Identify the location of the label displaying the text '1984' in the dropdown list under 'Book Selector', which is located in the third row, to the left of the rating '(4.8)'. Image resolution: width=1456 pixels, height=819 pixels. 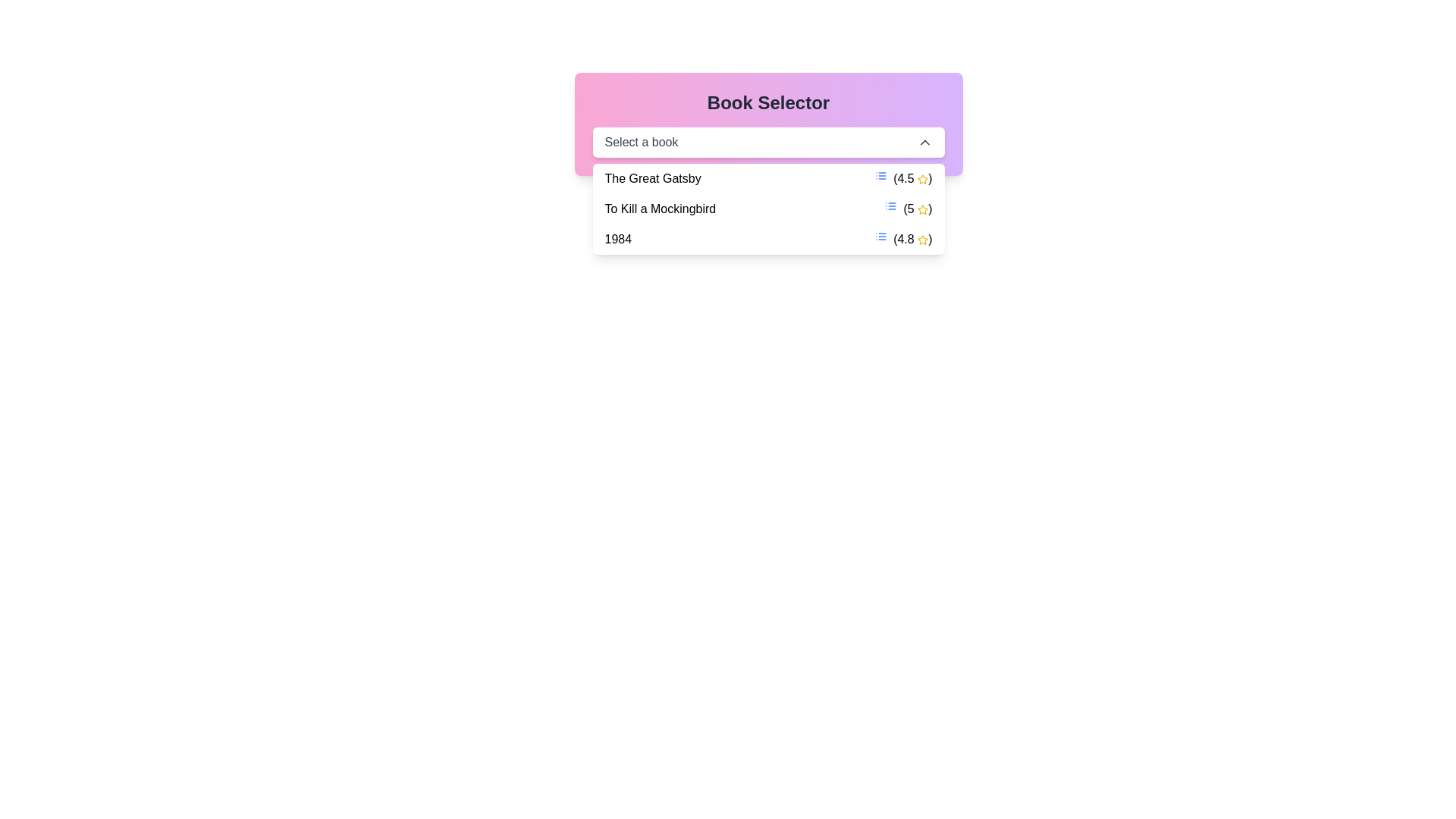
(618, 239).